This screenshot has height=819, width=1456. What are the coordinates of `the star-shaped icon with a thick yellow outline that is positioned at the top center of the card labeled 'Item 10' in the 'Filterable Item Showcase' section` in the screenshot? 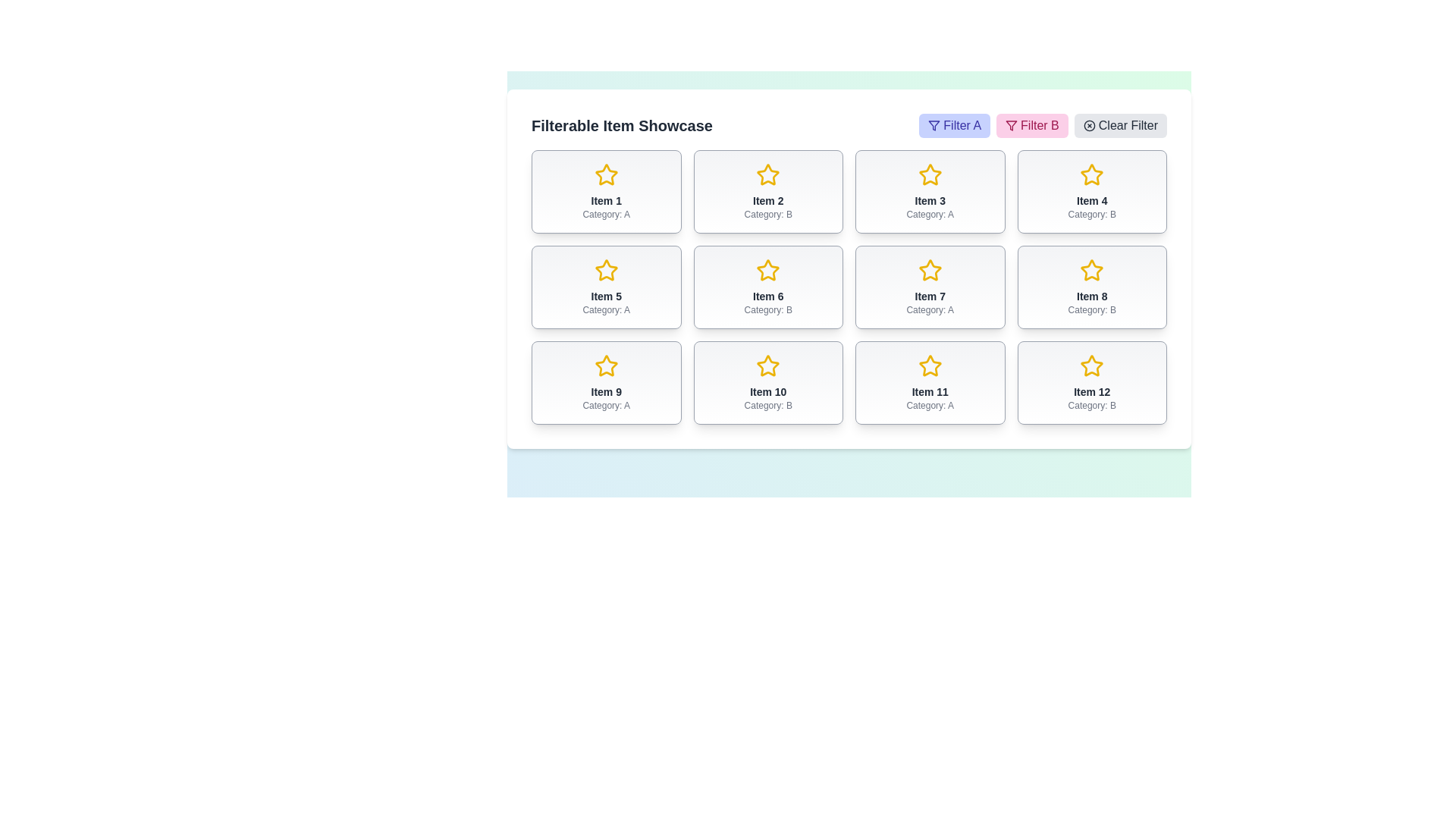 It's located at (768, 366).